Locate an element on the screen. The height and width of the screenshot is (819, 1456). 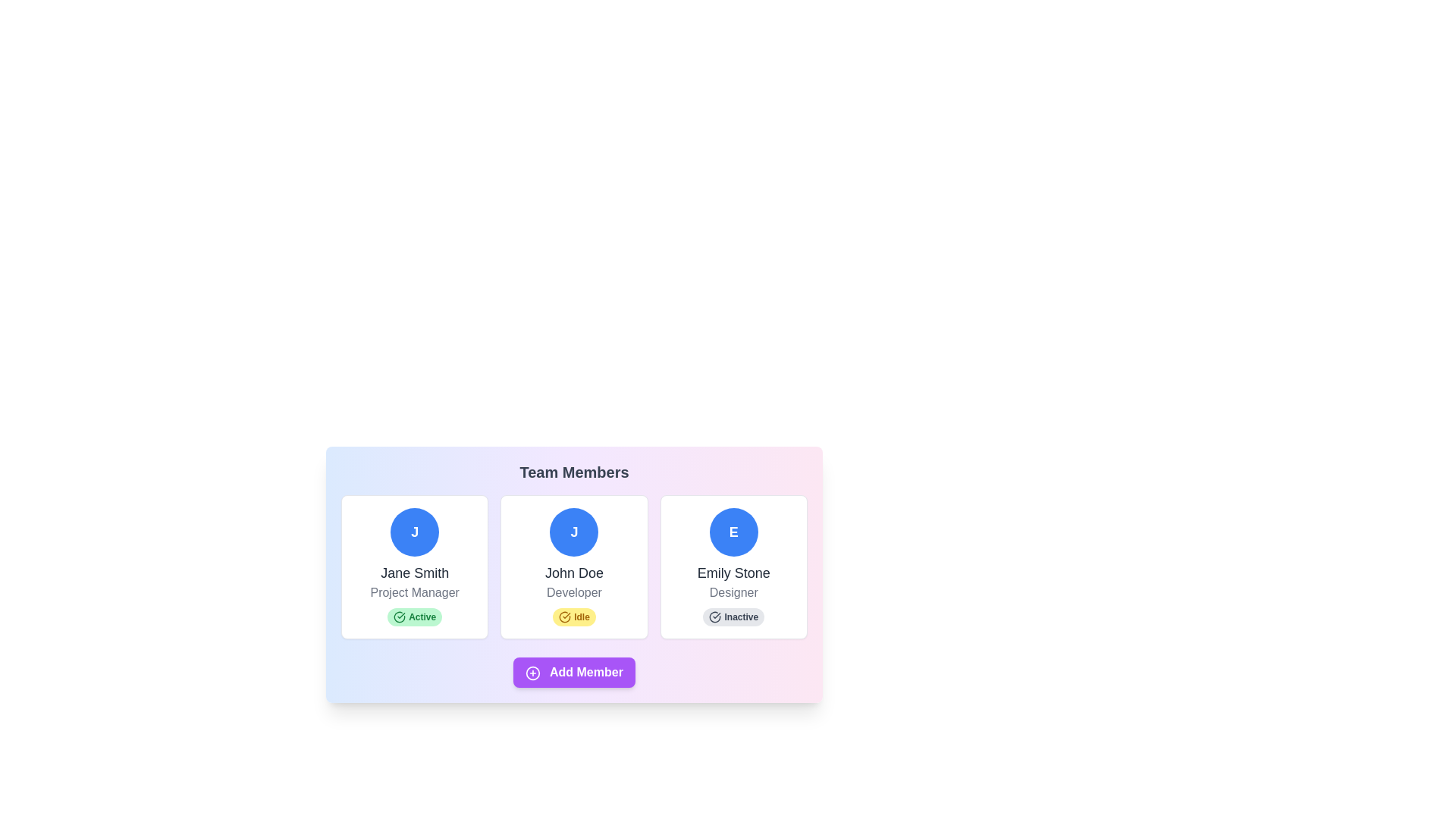
the text label displaying the name 'Emily Stone', which is positioned below the circular profile icon with the letter 'E' in the lower-middle section of the layout is located at coordinates (733, 573).